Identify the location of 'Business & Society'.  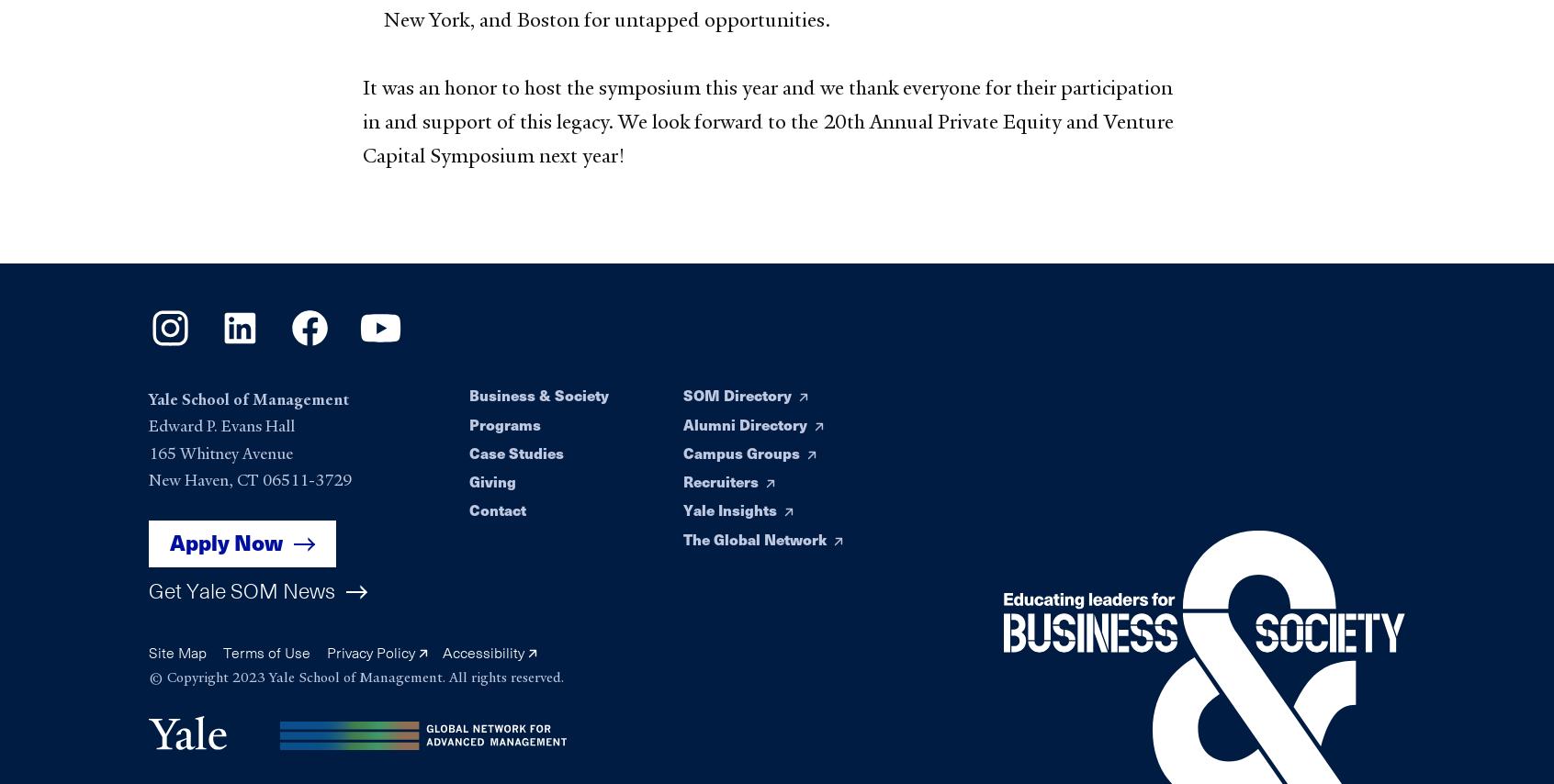
(537, 395).